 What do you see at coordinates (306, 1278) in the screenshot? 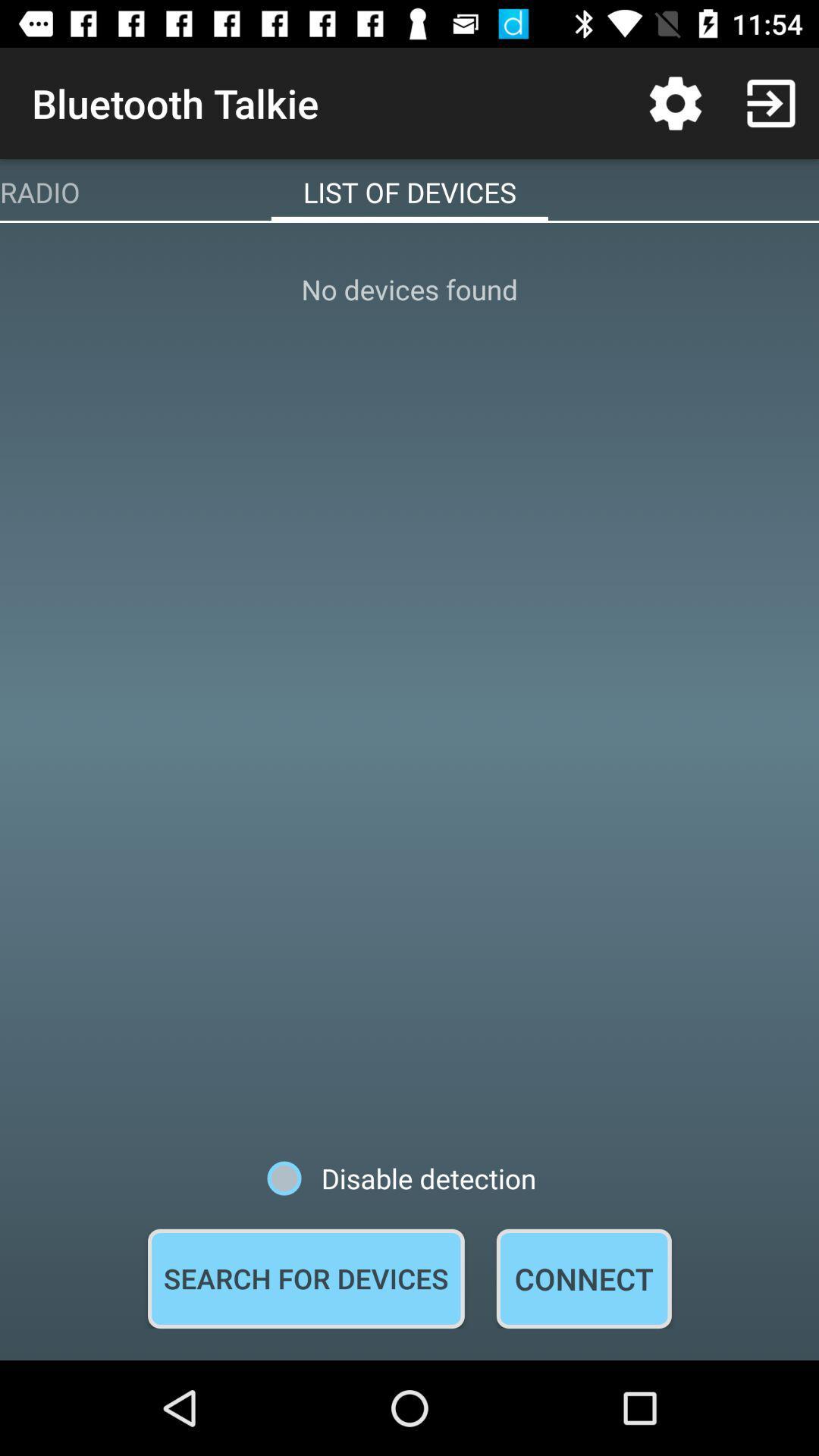
I see `the search for devices icon` at bounding box center [306, 1278].